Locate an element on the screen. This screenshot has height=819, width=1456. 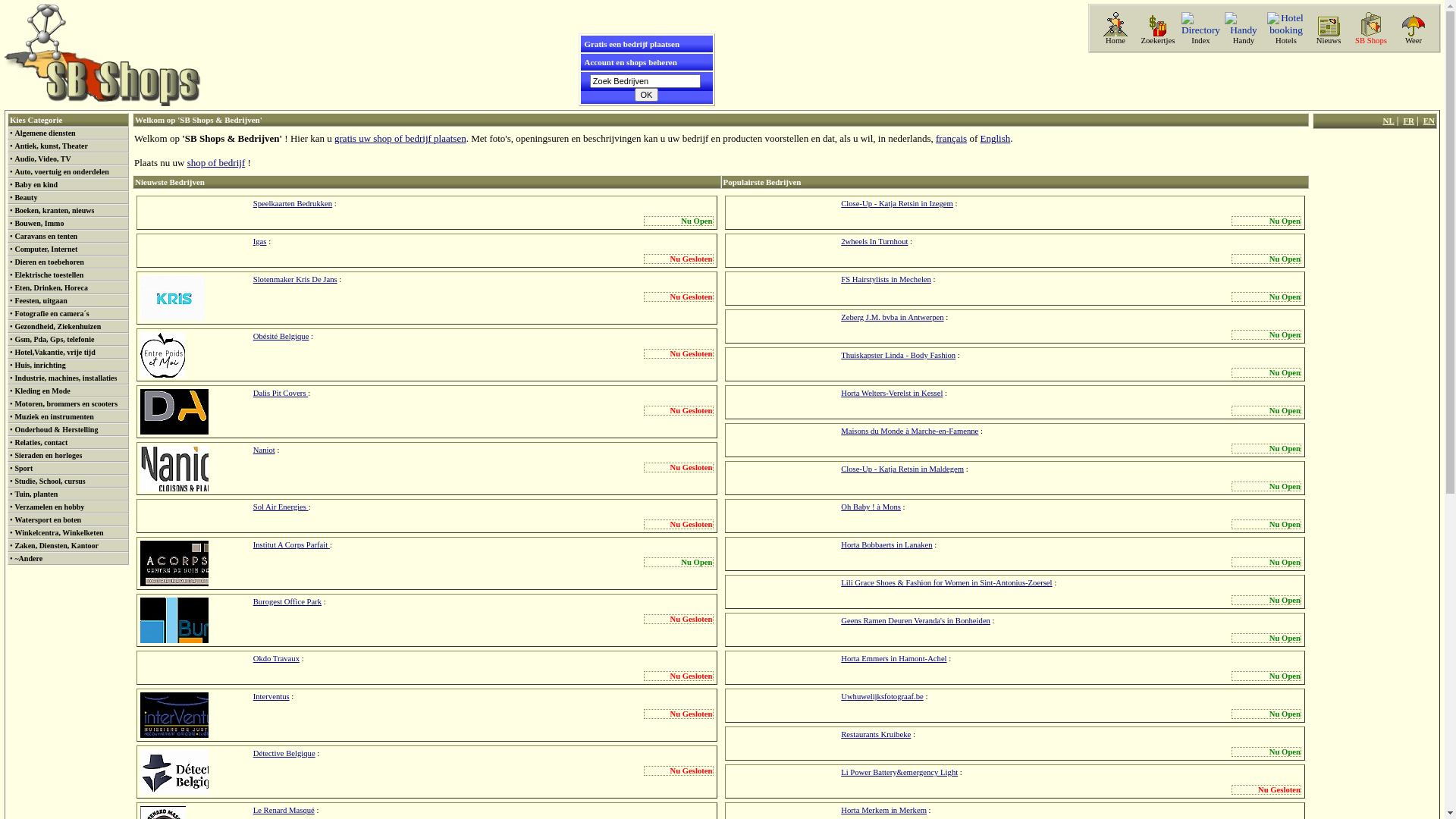
'Watersport en boten' is located at coordinates (47, 519).